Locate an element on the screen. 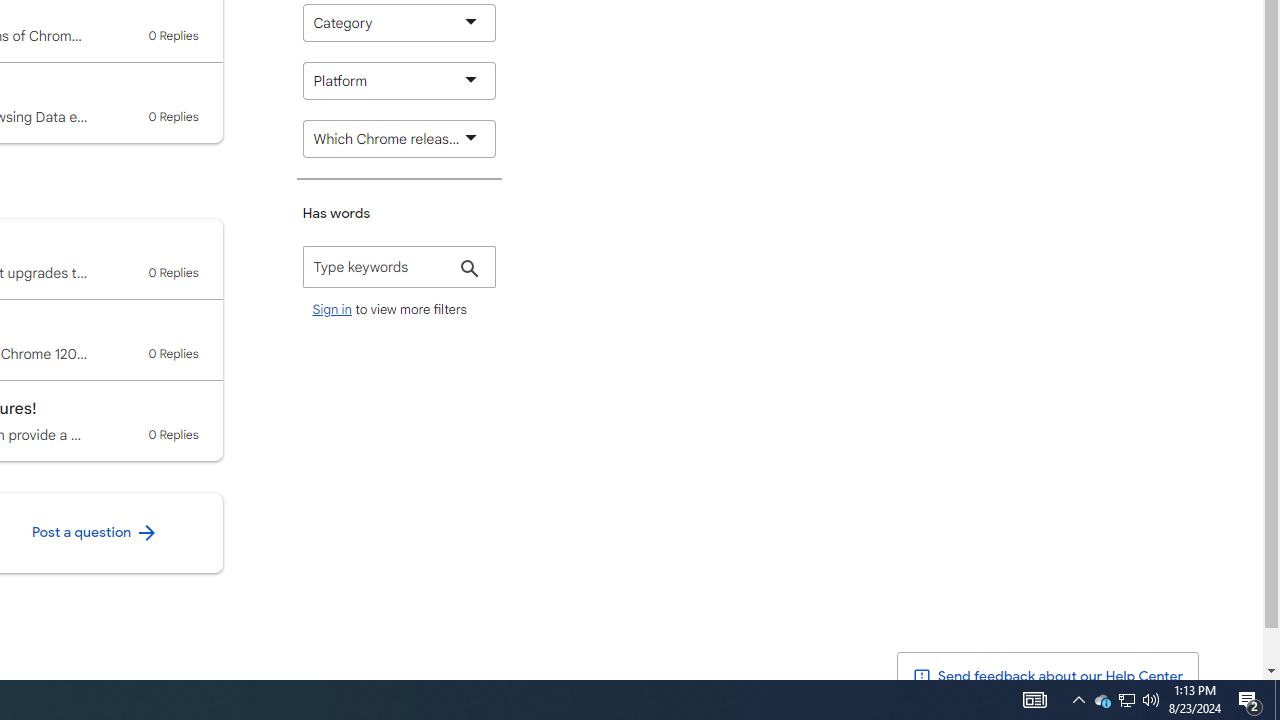 This screenshot has height=720, width=1280. 'Category' is located at coordinates (399, 23).